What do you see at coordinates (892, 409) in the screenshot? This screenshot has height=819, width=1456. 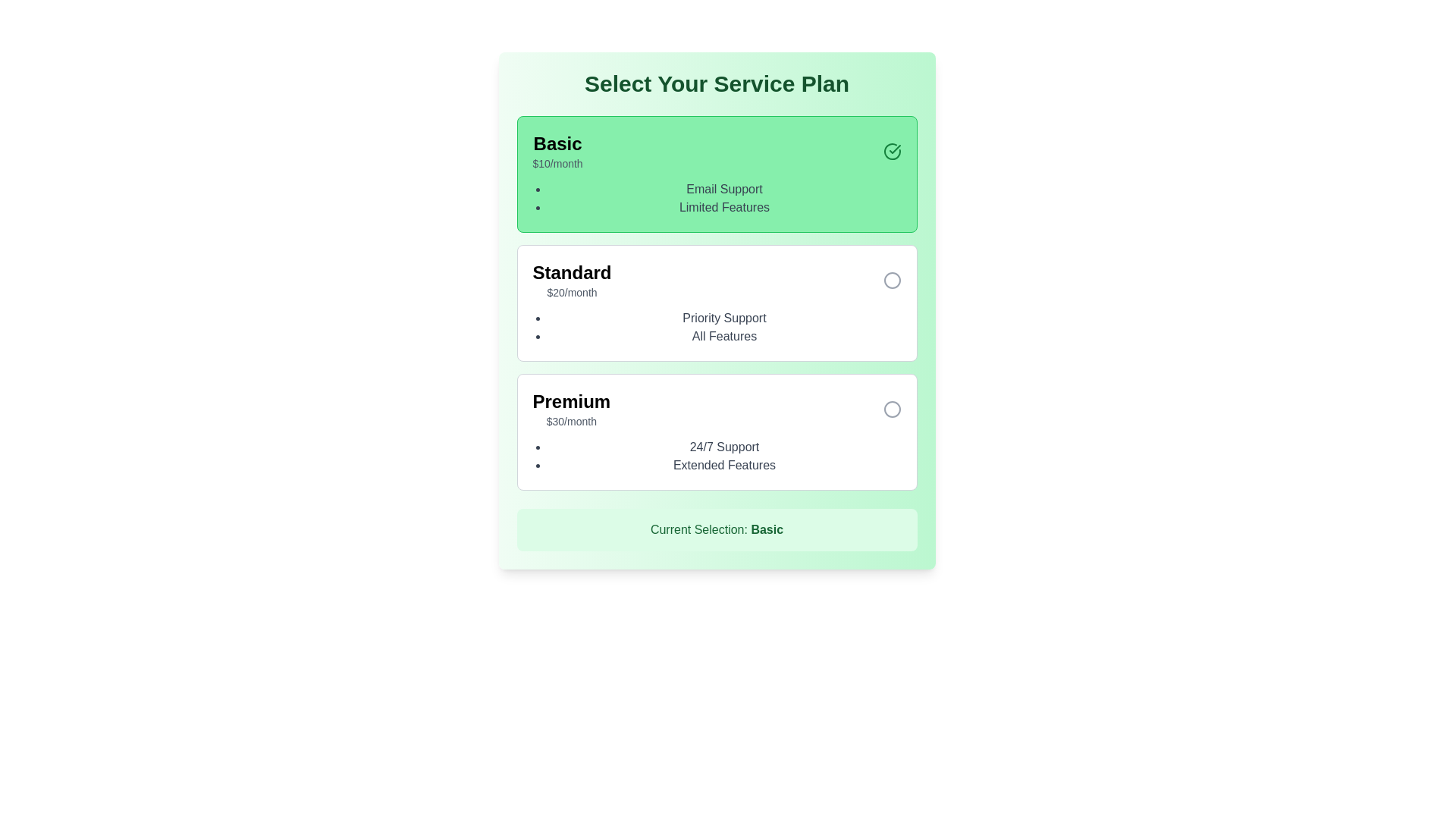 I see `the circular selection indicator located at the far-right end of the row labeled 'Premium $30/month'` at bounding box center [892, 409].